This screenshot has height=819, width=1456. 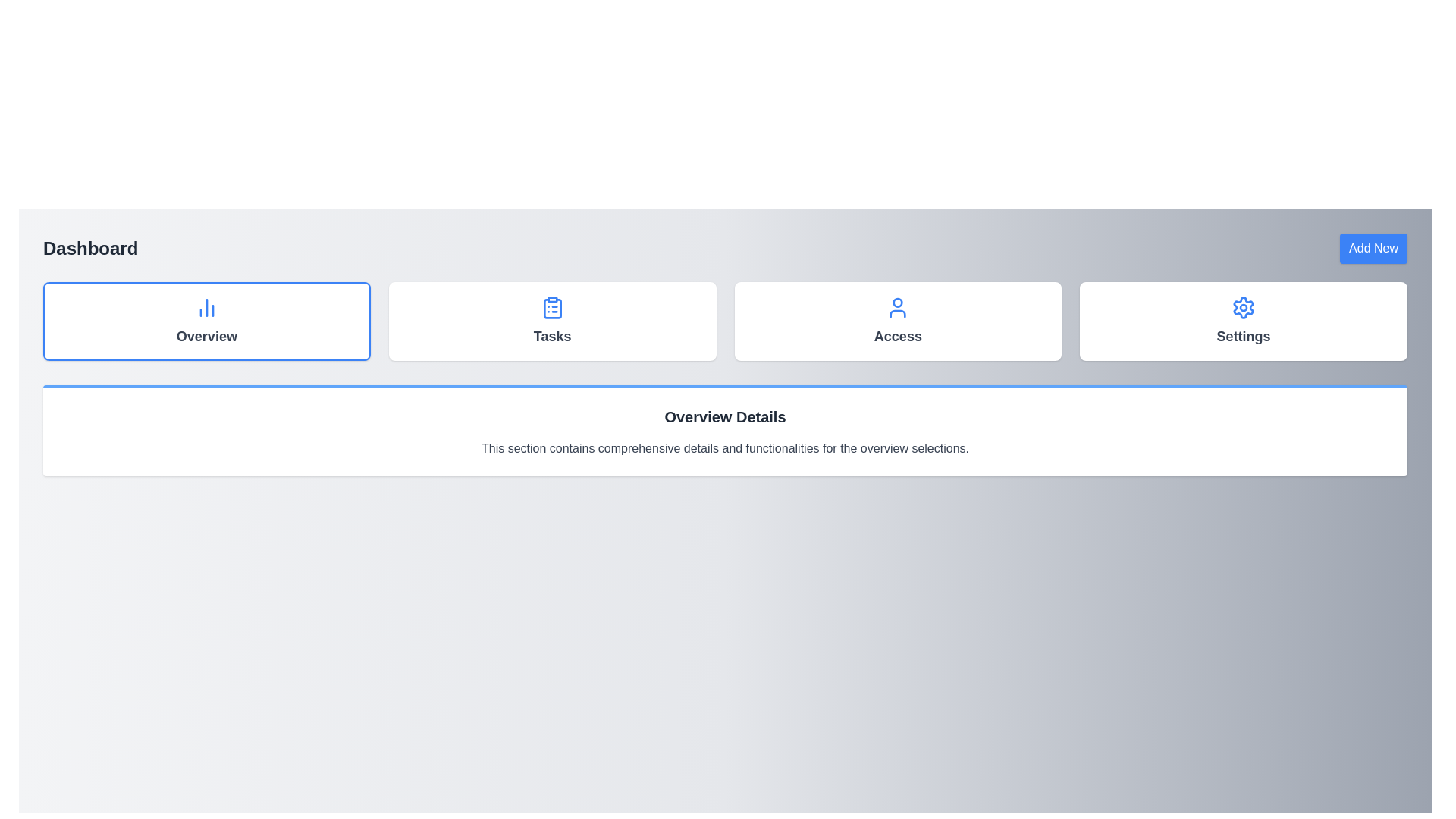 I want to click on the 'Settings' text label located at the bottom of the interactive card on the far right of the top section, which is the fourth card in a series of four options, so click(x=1244, y=335).